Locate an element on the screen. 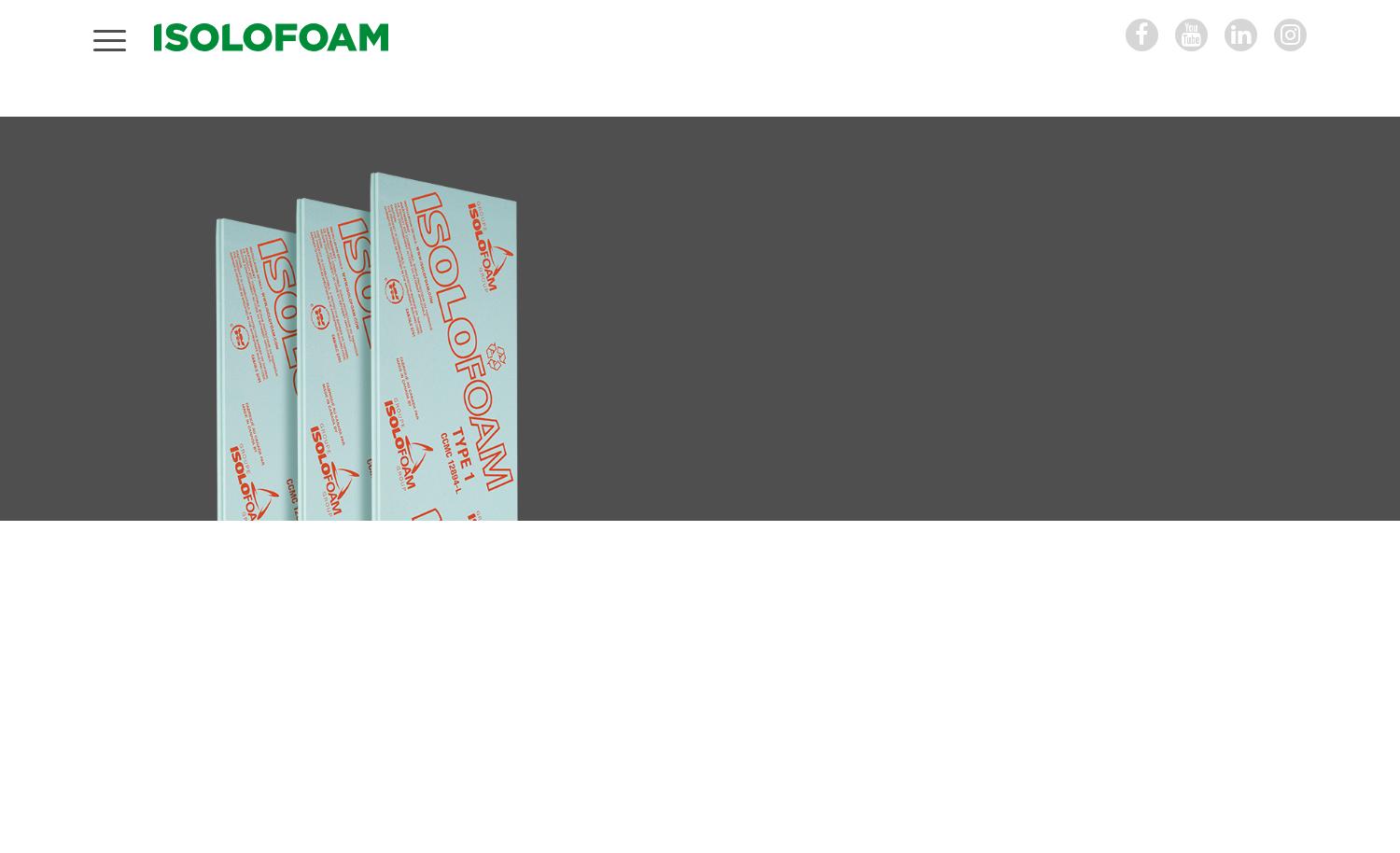 This screenshot has height=853, width=1400. '(634 KB)' is located at coordinates (956, 674).